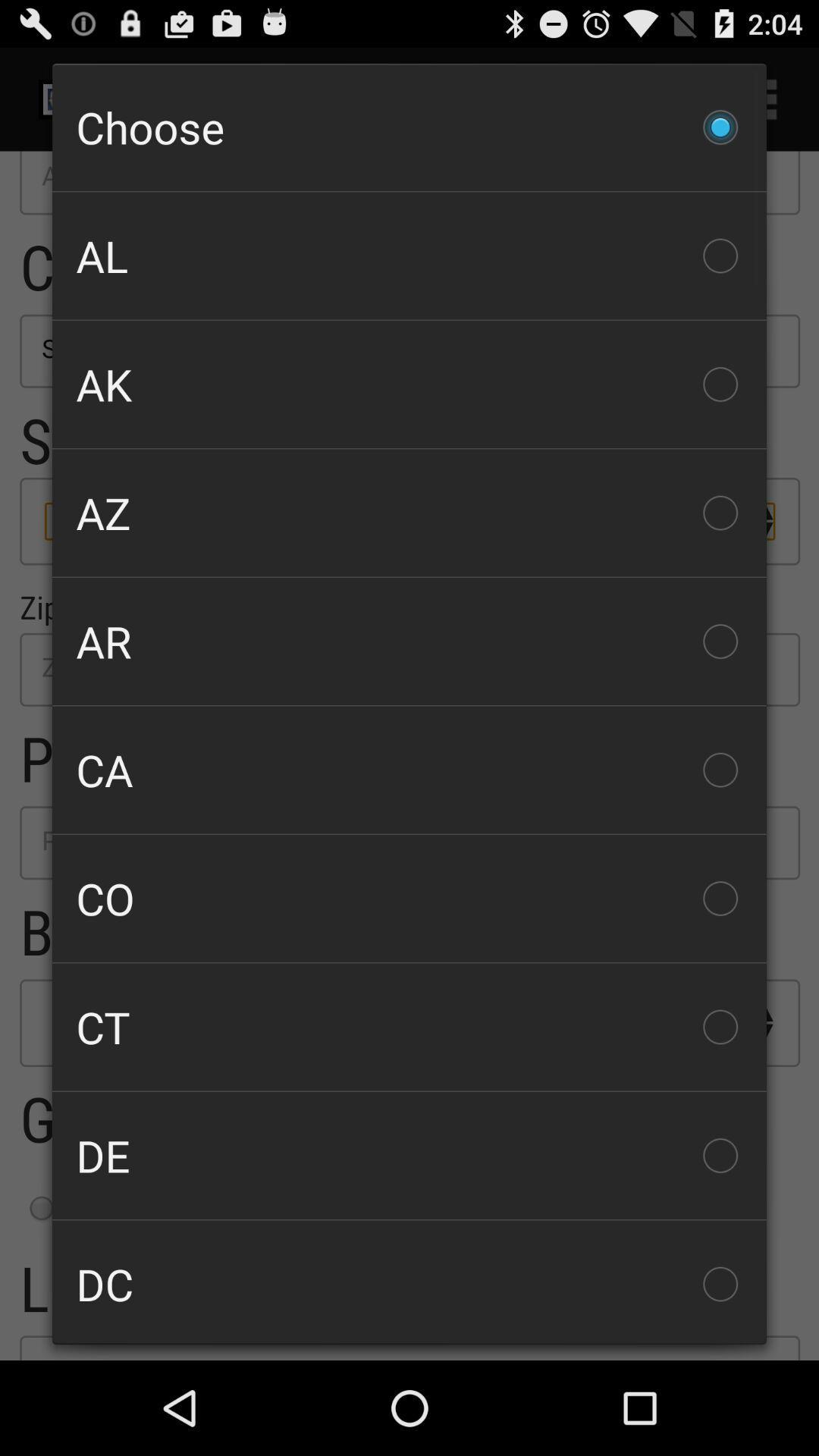 The width and height of the screenshot is (819, 1456). I want to click on ct checkbox, so click(409, 1027).